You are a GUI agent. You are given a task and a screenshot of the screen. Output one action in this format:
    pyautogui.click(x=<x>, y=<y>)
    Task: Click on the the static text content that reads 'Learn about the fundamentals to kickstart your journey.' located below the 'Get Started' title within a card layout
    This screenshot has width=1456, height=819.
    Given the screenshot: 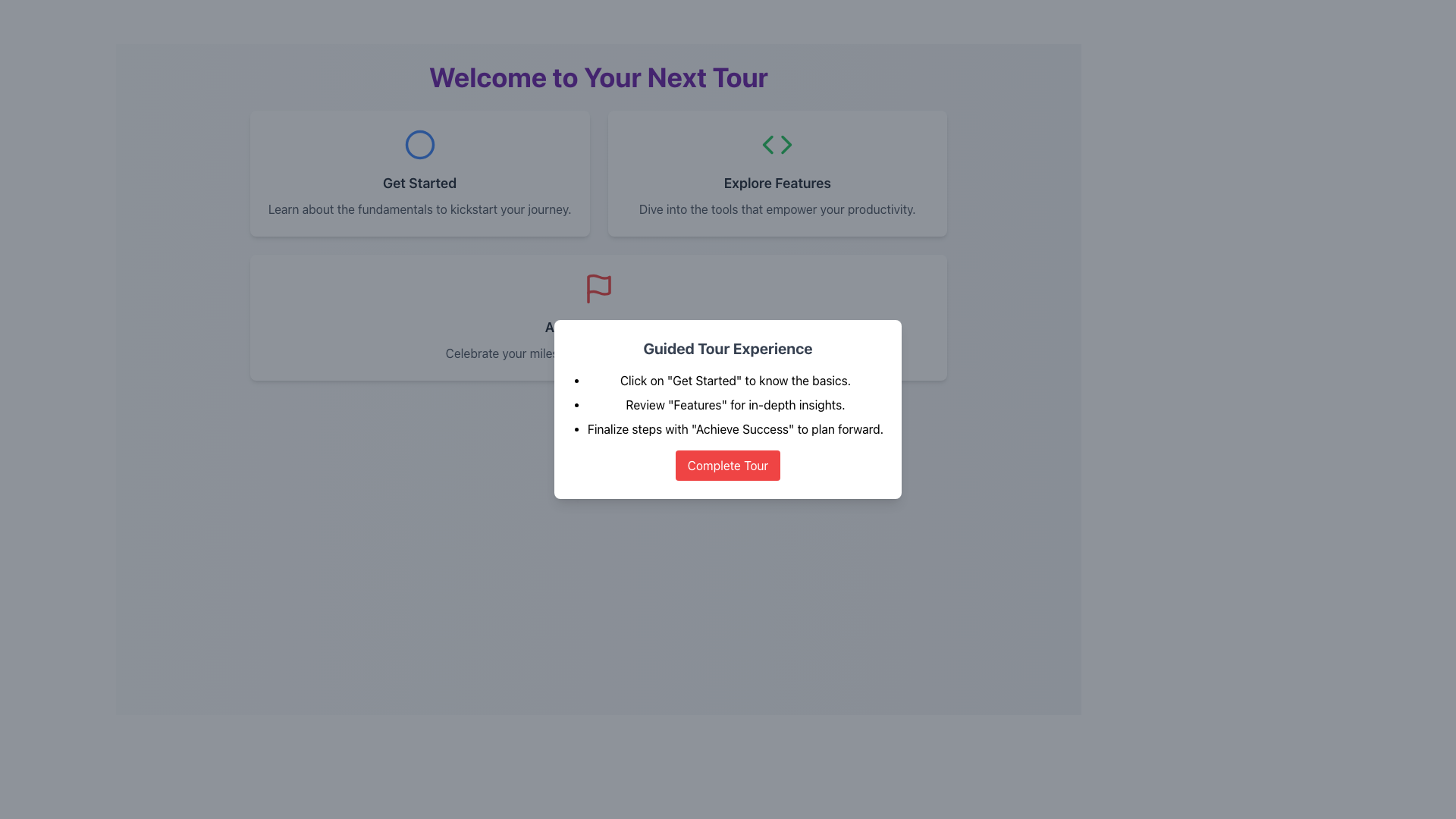 What is the action you would take?
    pyautogui.click(x=419, y=209)
    